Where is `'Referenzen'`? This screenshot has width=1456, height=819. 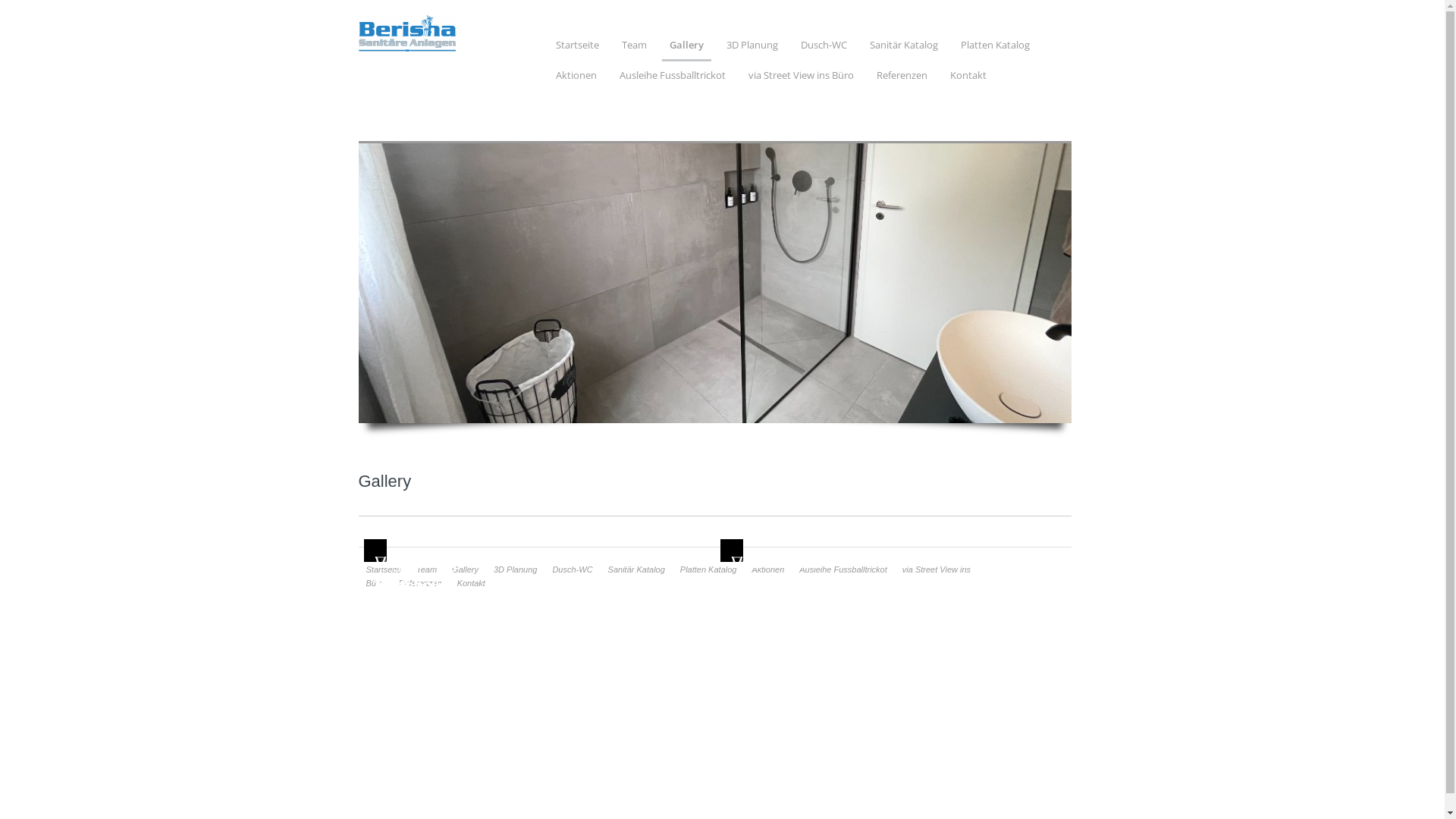
'Referenzen' is located at coordinates (869, 79).